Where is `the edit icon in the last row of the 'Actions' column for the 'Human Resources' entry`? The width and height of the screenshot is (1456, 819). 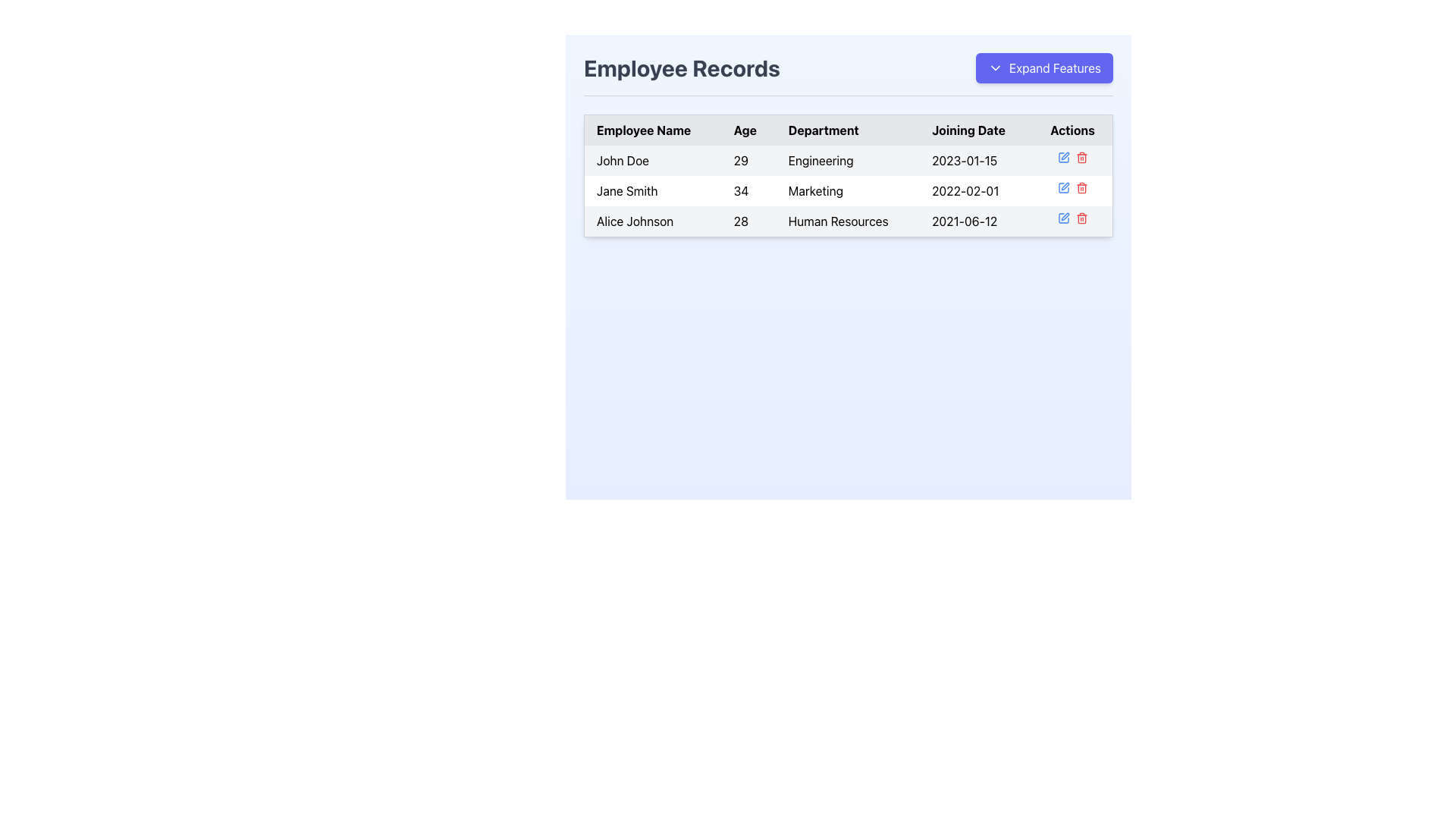 the edit icon in the last row of the 'Actions' column for the 'Human Resources' entry is located at coordinates (1062, 218).